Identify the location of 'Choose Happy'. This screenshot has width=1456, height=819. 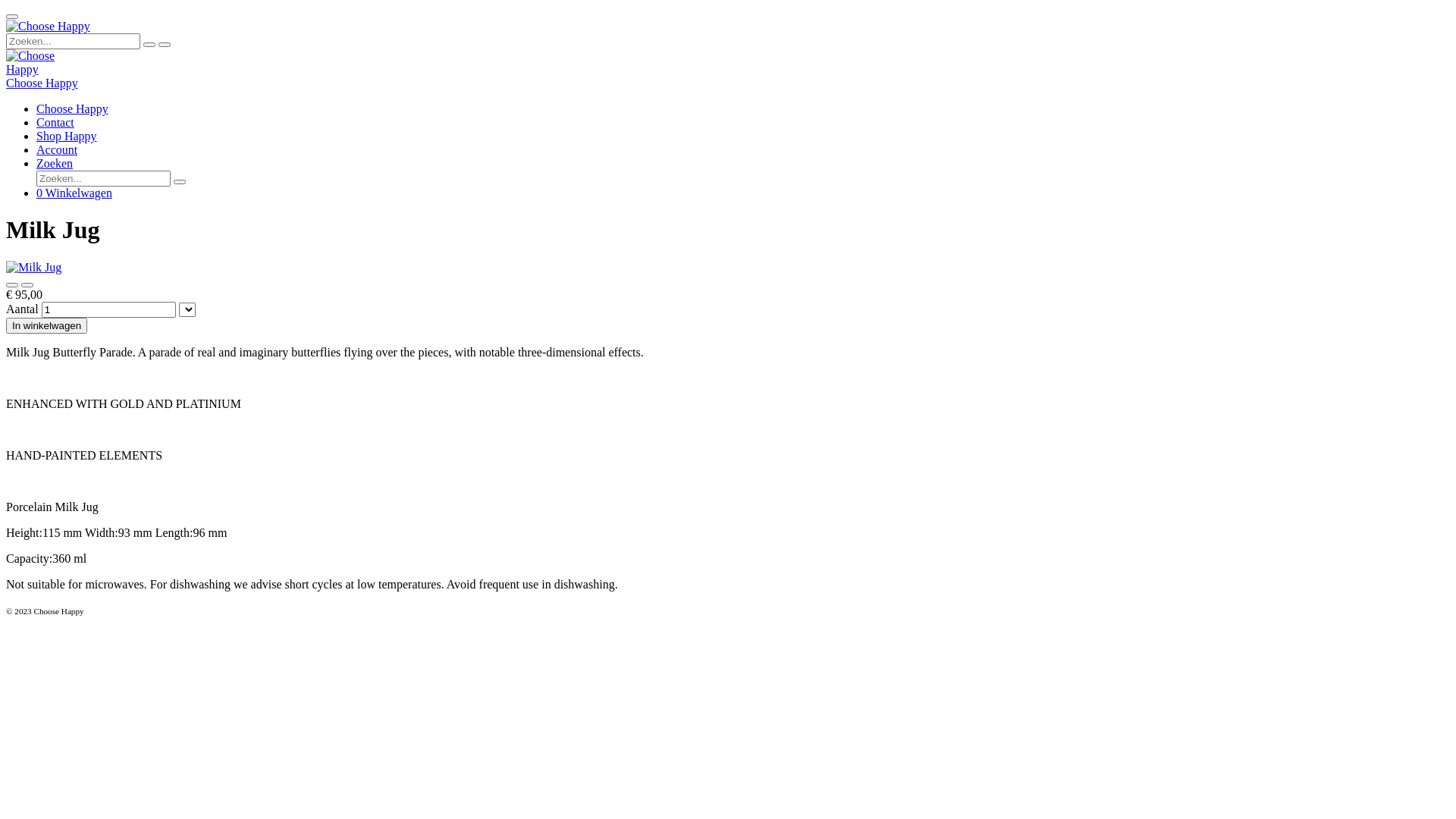
(39, 62).